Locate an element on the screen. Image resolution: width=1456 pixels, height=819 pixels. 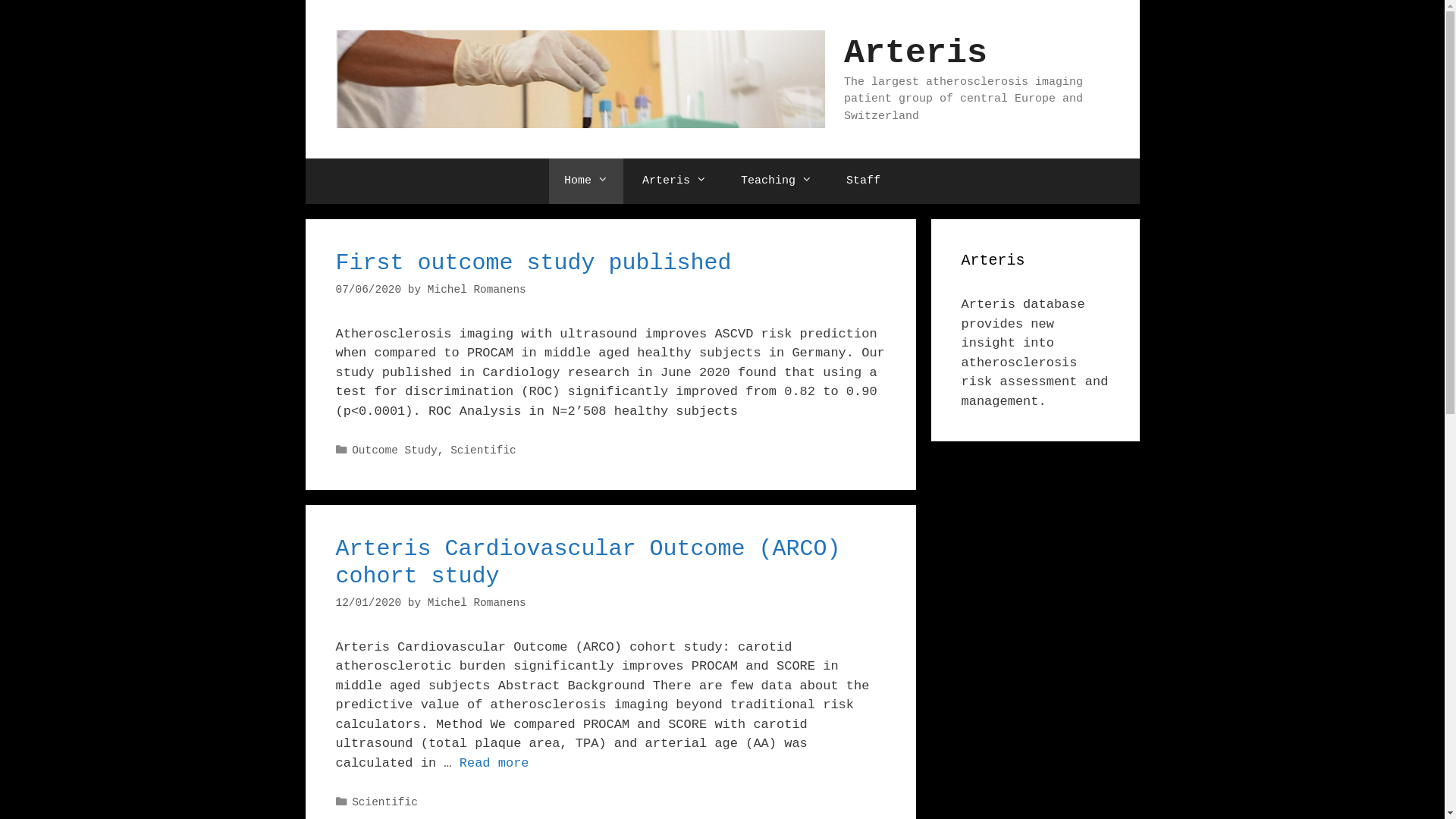
'Michel Romanens' is located at coordinates (475, 601).